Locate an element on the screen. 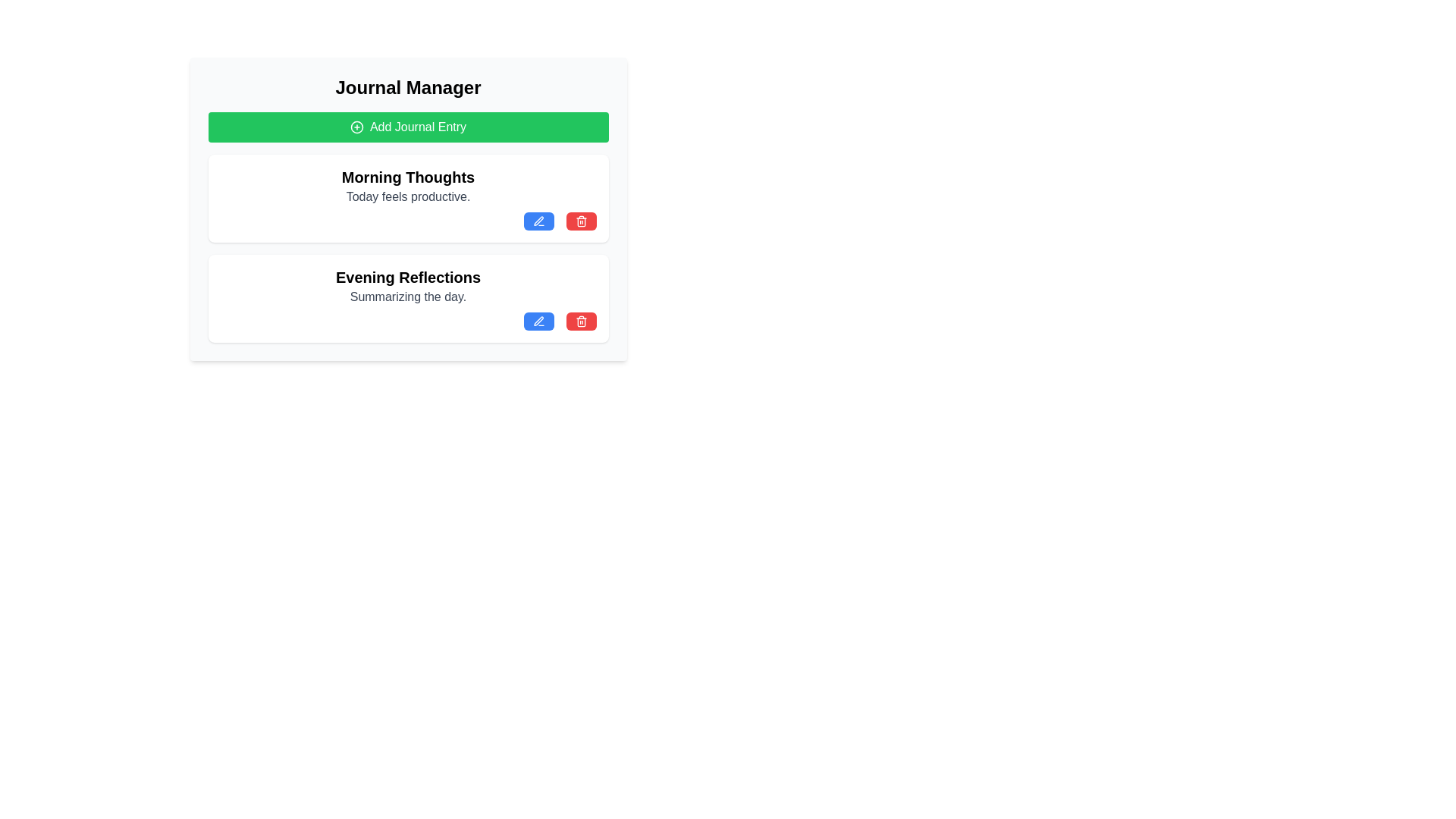  the heading label for the journal entry summary located above the line 'Summarizing the day' in the 'Evening Reflections' section is located at coordinates (408, 278).